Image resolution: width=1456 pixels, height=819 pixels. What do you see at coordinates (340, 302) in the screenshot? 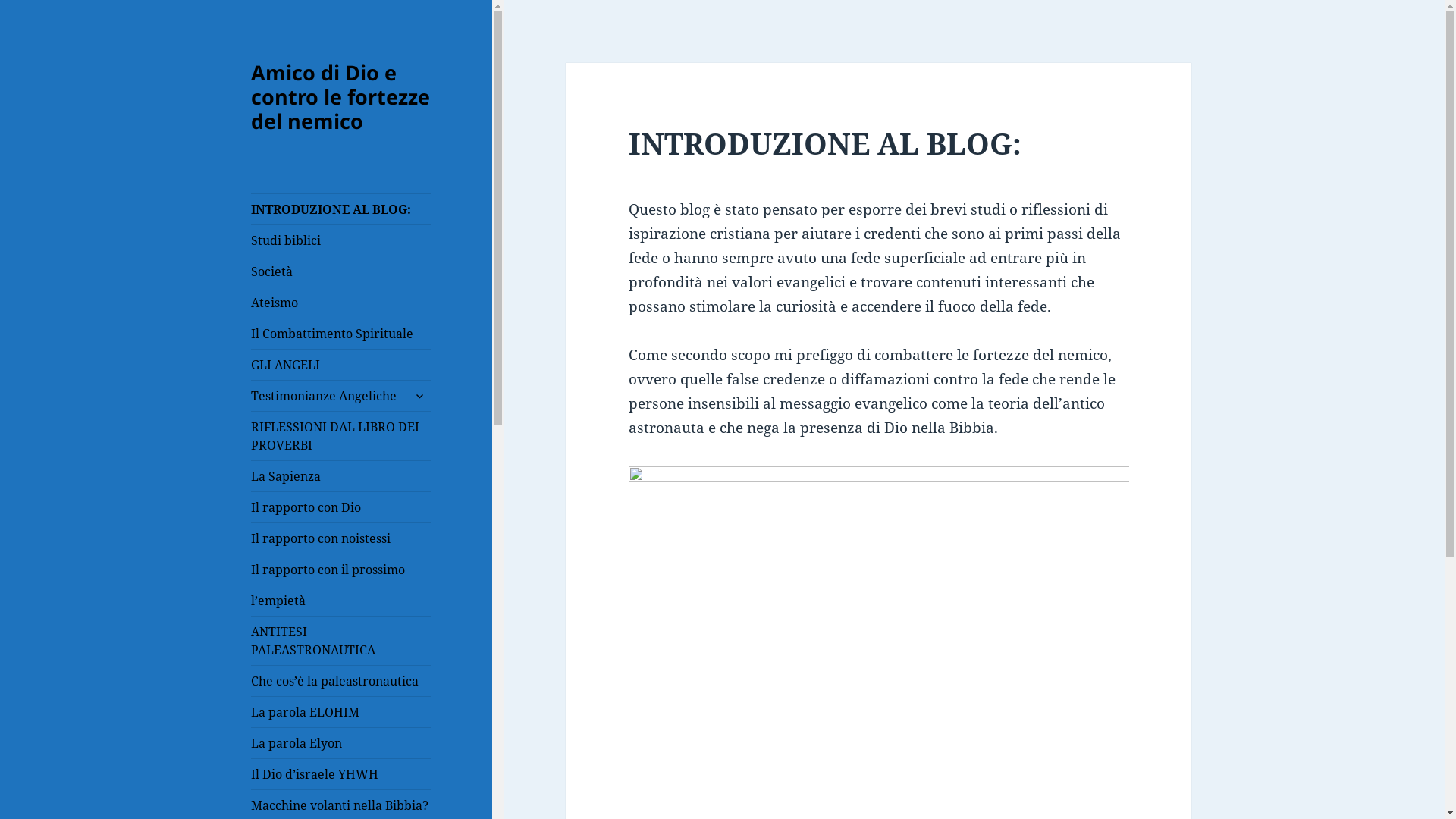
I see `'Ateismo'` at bounding box center [340, 302].